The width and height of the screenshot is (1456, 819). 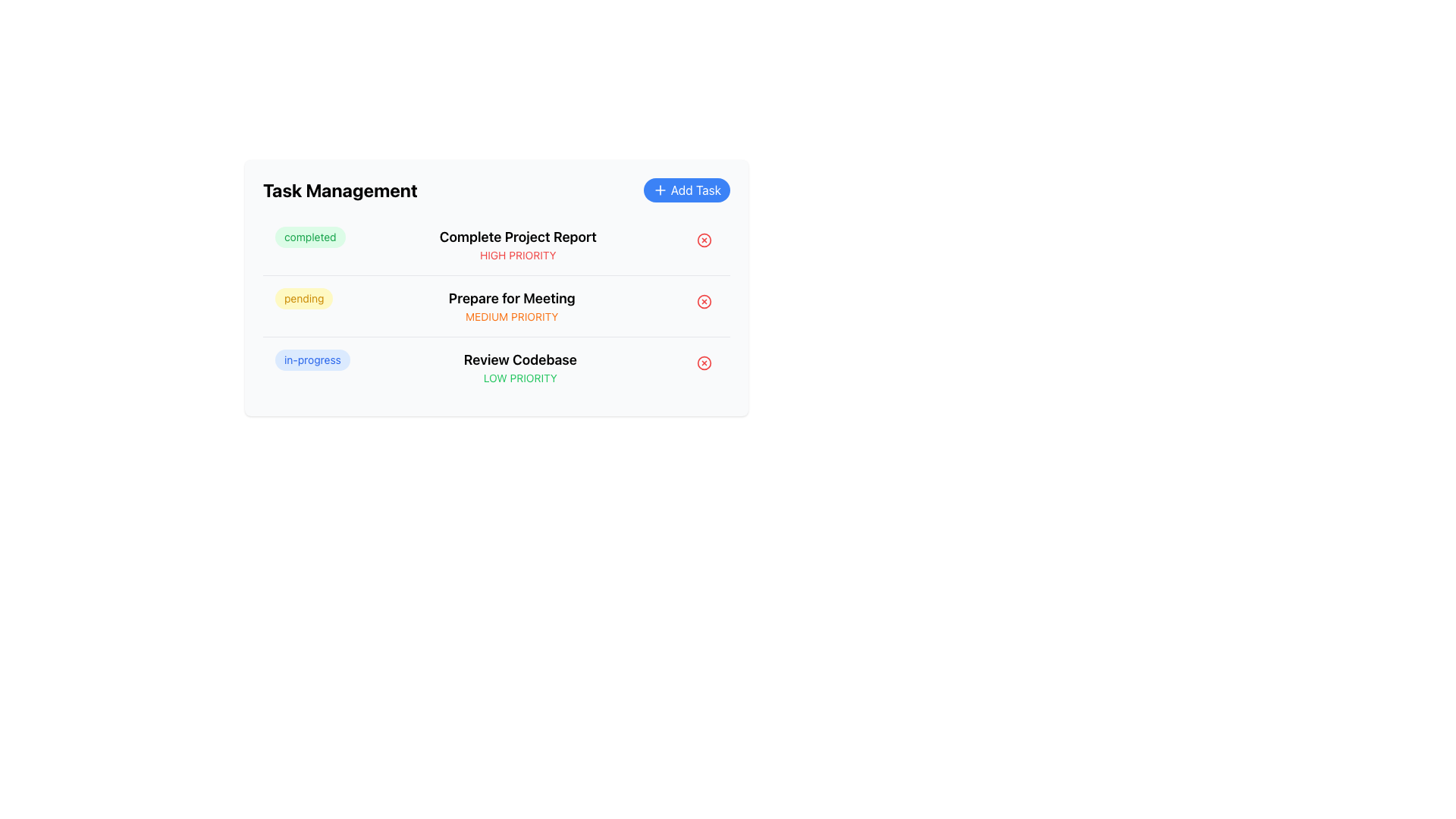 What do you see at coordinates (520, 377) in the screenshot?
I see `the static text label indicating the priority level of the task 'Review Codebase' located below the task title in the task management interface` at bounding box center [520, 377].